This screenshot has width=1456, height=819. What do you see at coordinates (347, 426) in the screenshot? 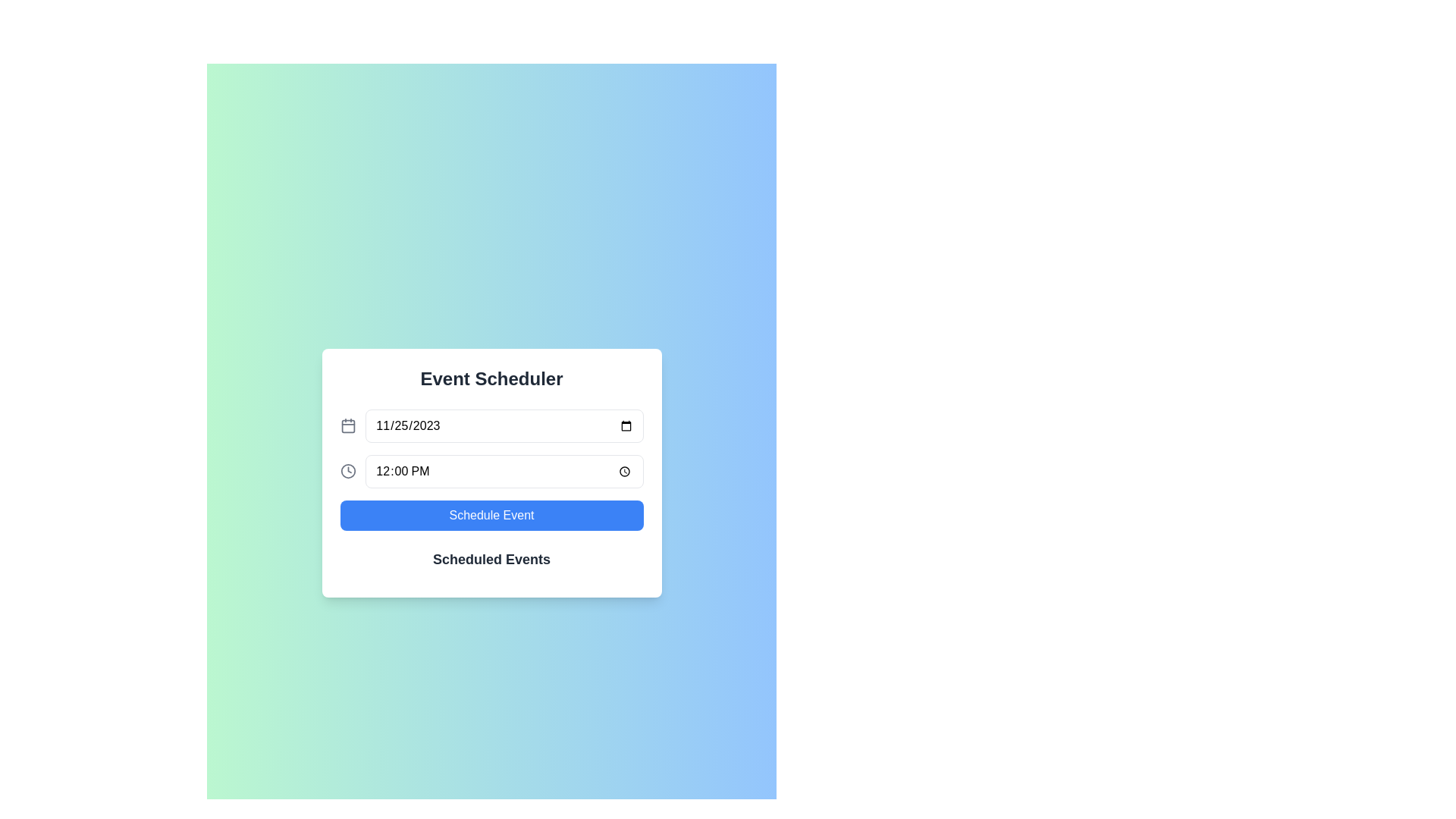
I see `the decorative rectangle inside the calendar icon located to the left of the date selection input field` at bounding box center [347, 426].